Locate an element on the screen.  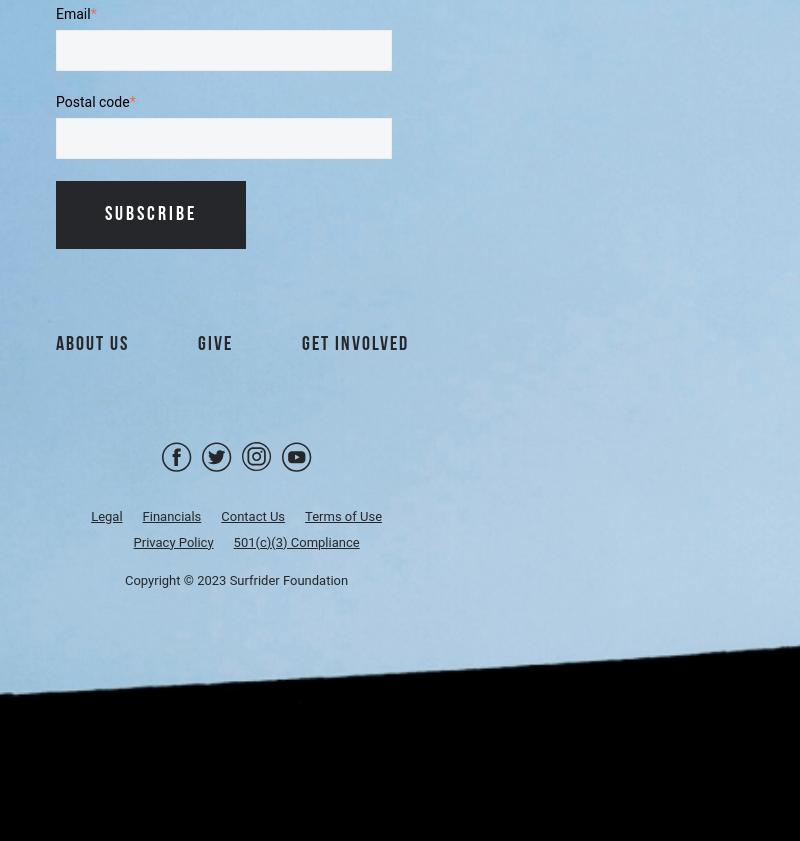
'Postal code' is located at coordinates (92, 100).